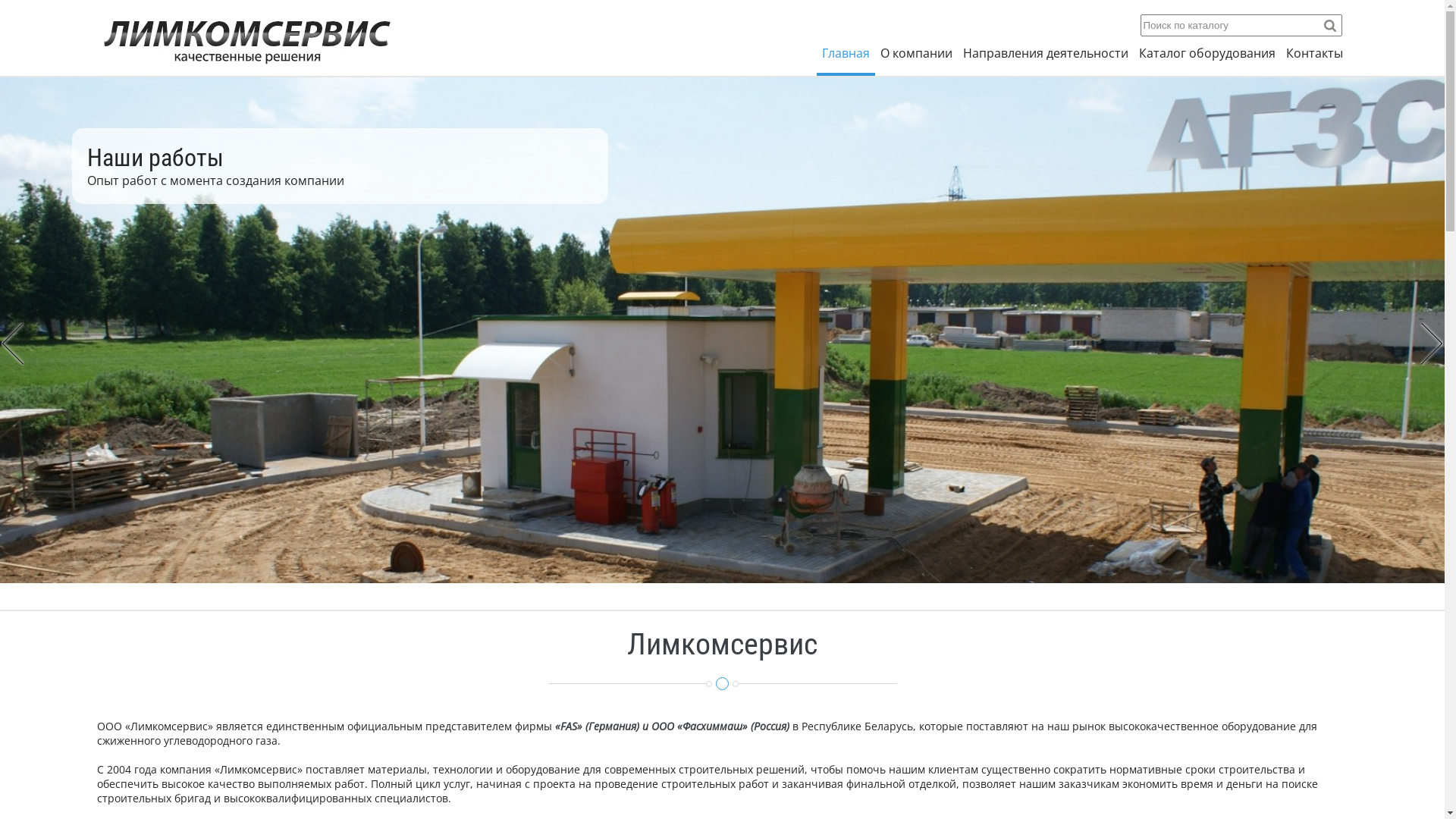 Image resolution: width=1456 pixels, height=819 pixels. What do you see at coordinates (13, 344) in the screenshot?
I see `'Previous'` at bounding box center [13, 344].